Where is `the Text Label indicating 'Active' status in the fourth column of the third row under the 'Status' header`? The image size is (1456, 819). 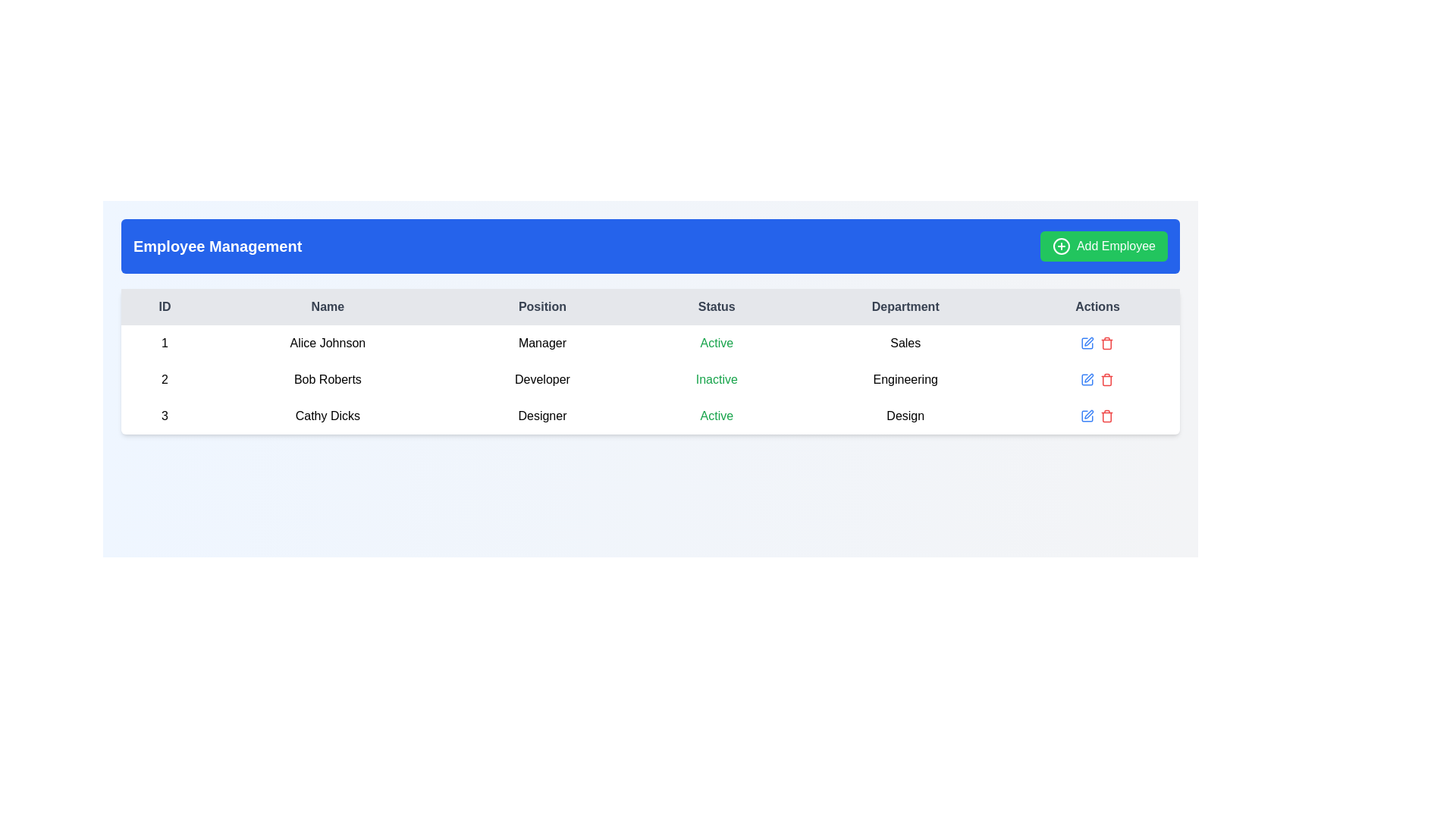
the Text Label indicating 'Active' status in the fourth column of the third row under the 'Status' header is located at coordinates (716, 416).